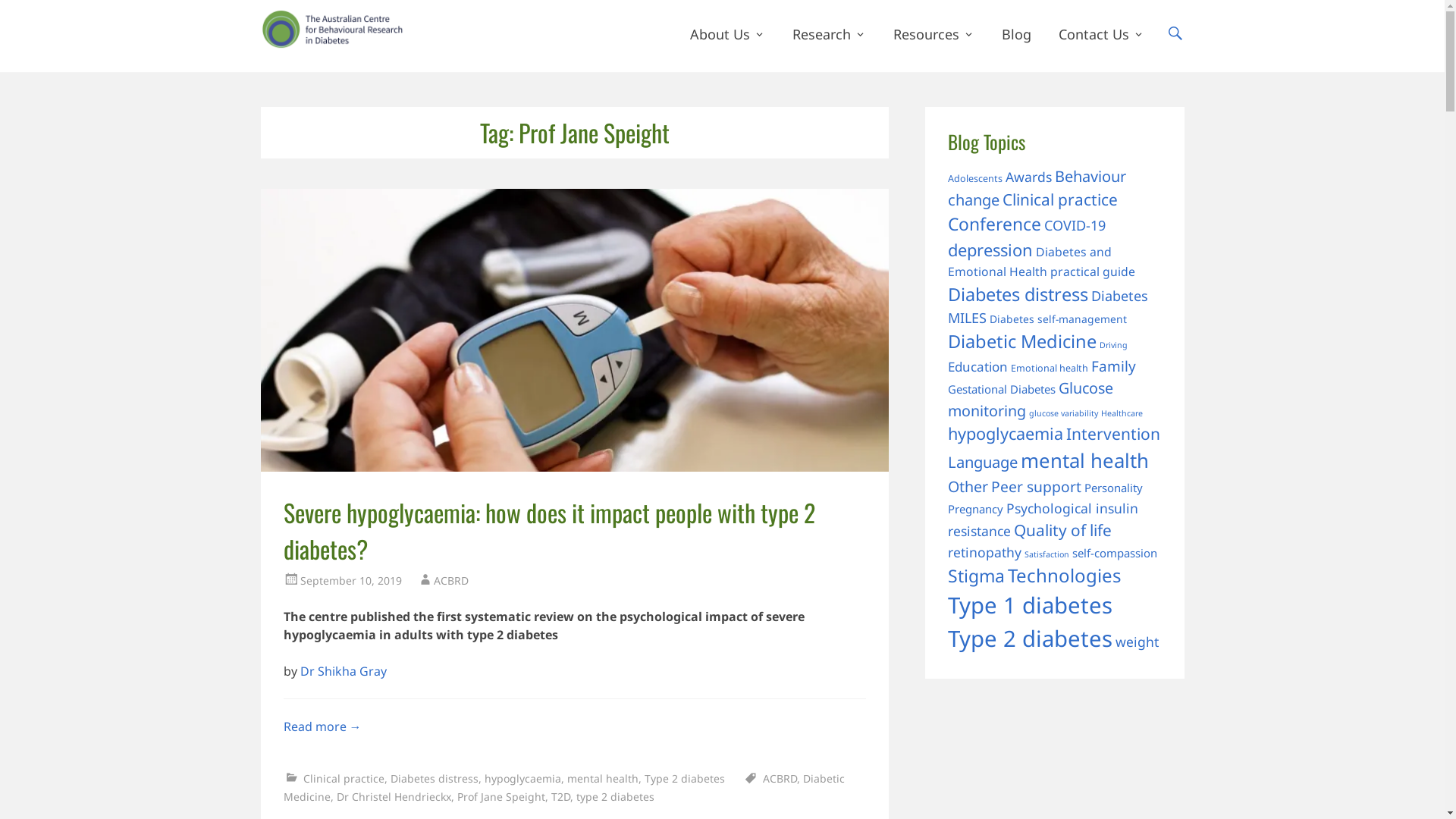  Describe the element at coordinates (780, 778) in the screenshot. I see `'ACBRD'` at that location.